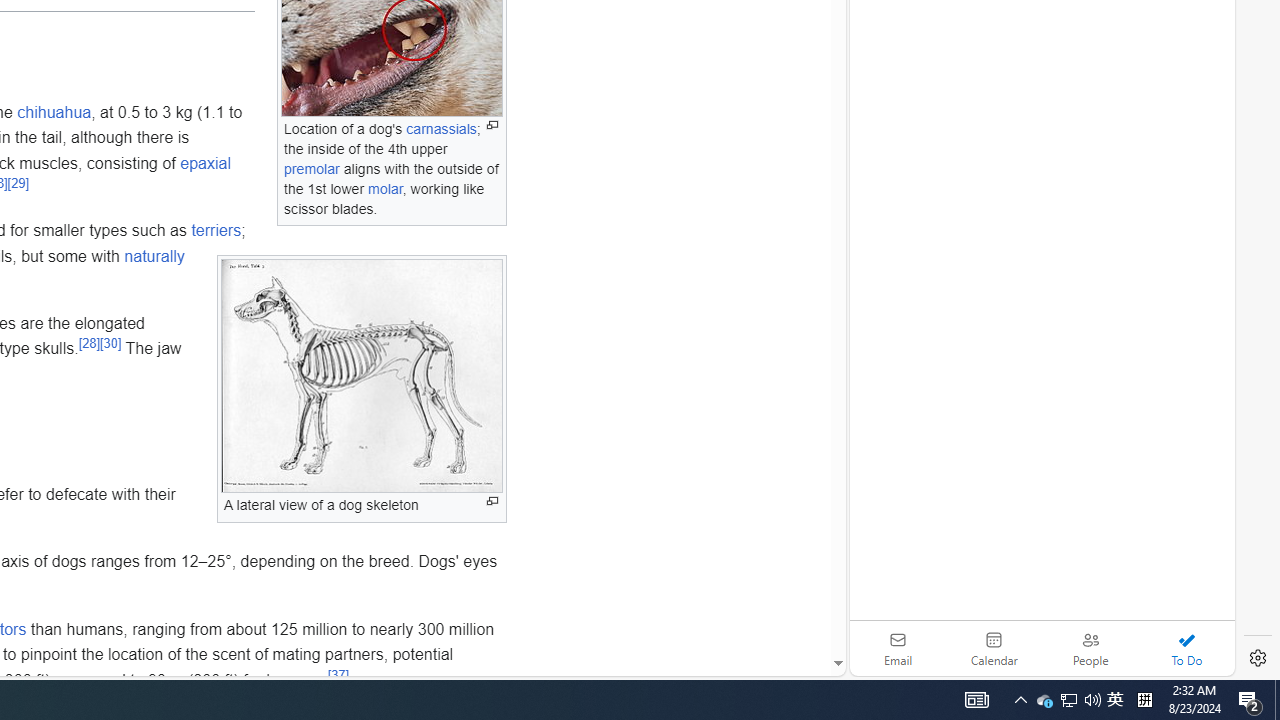 Image resolution: width=1280 pixels, height=720 pixels. I want to click on '[37]', so click(337, 675).